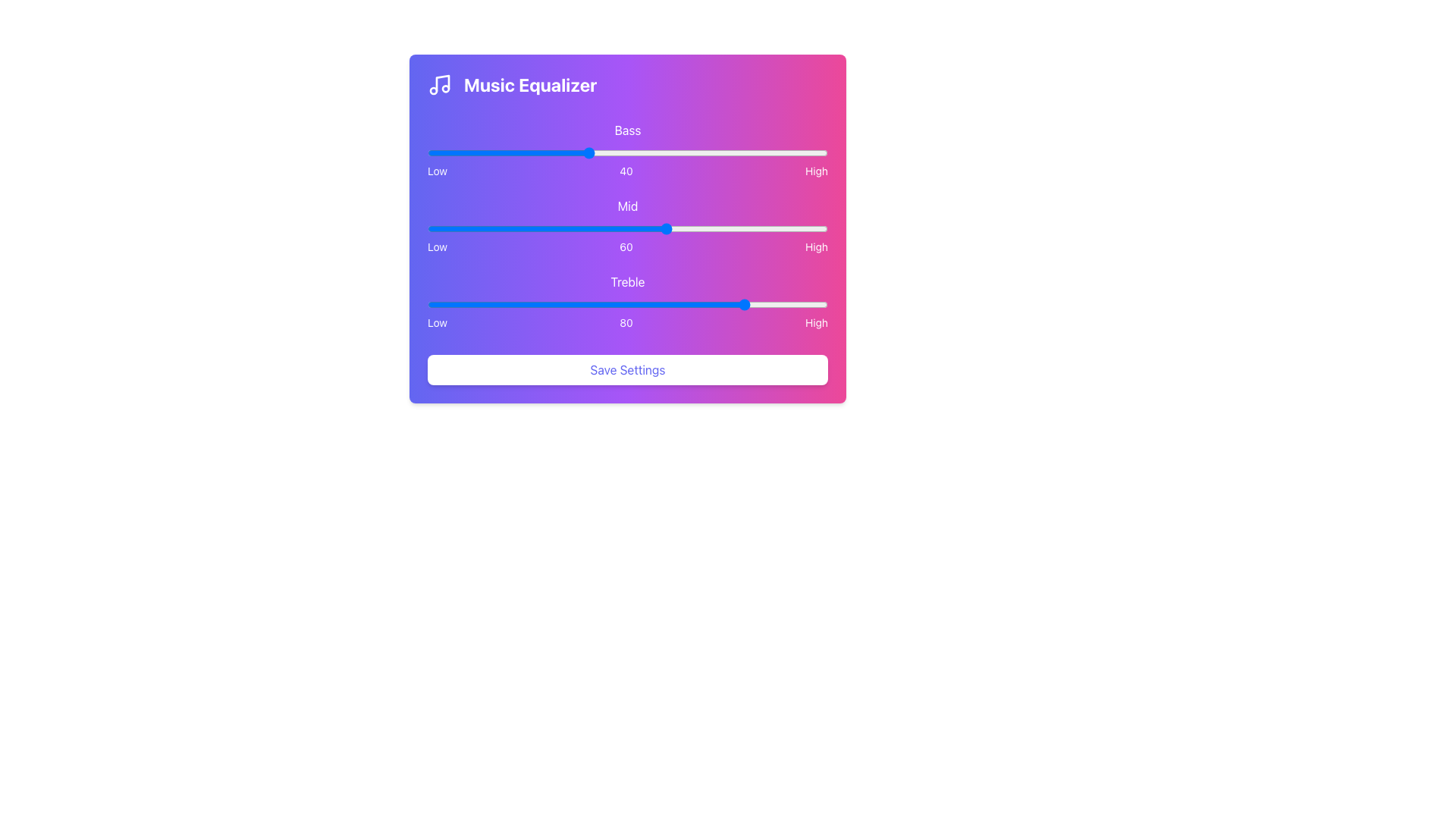  I want to click on the treble level, so click(435, 304).